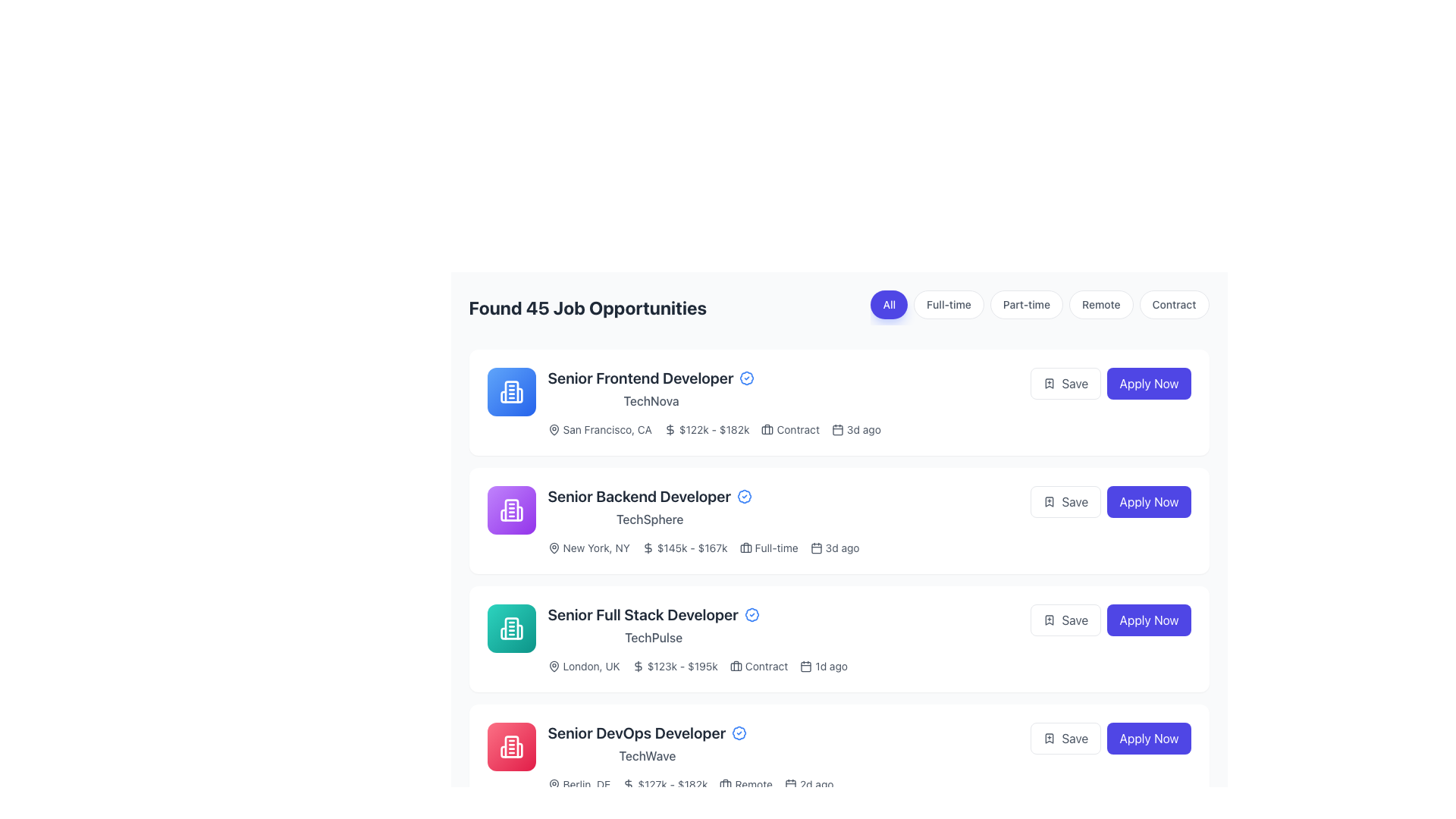 This screenshot has height=819, width=1456. What do you see at coordinates (747, 377) in the screenshot?
I see `the verified status icon next to the title 'Senior Frontend Developer' in the TechNova job listing to indicate its credibility` at bounding box center [747, 377].